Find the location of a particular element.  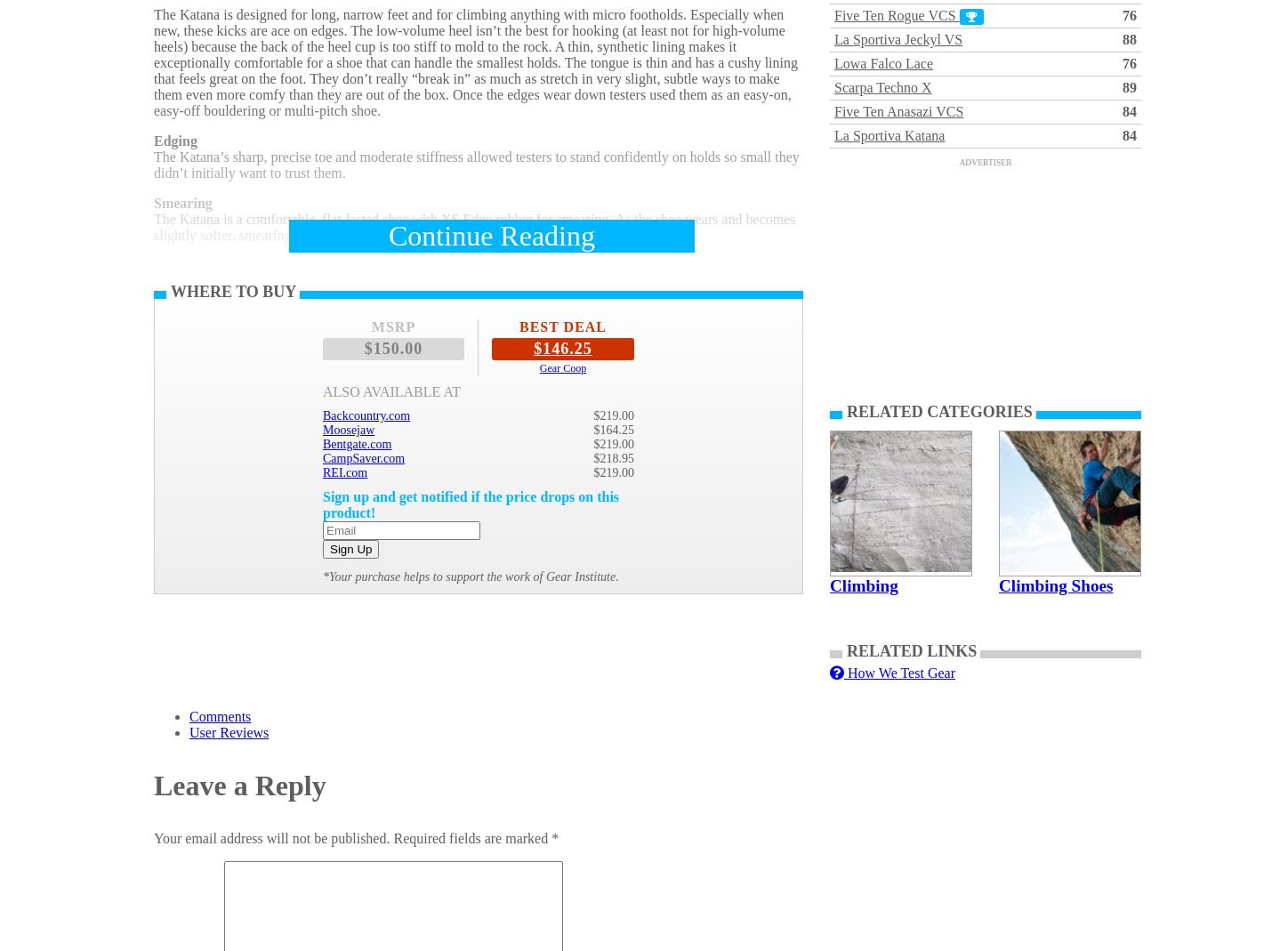

'88' is located at coordinates (1130, 38).